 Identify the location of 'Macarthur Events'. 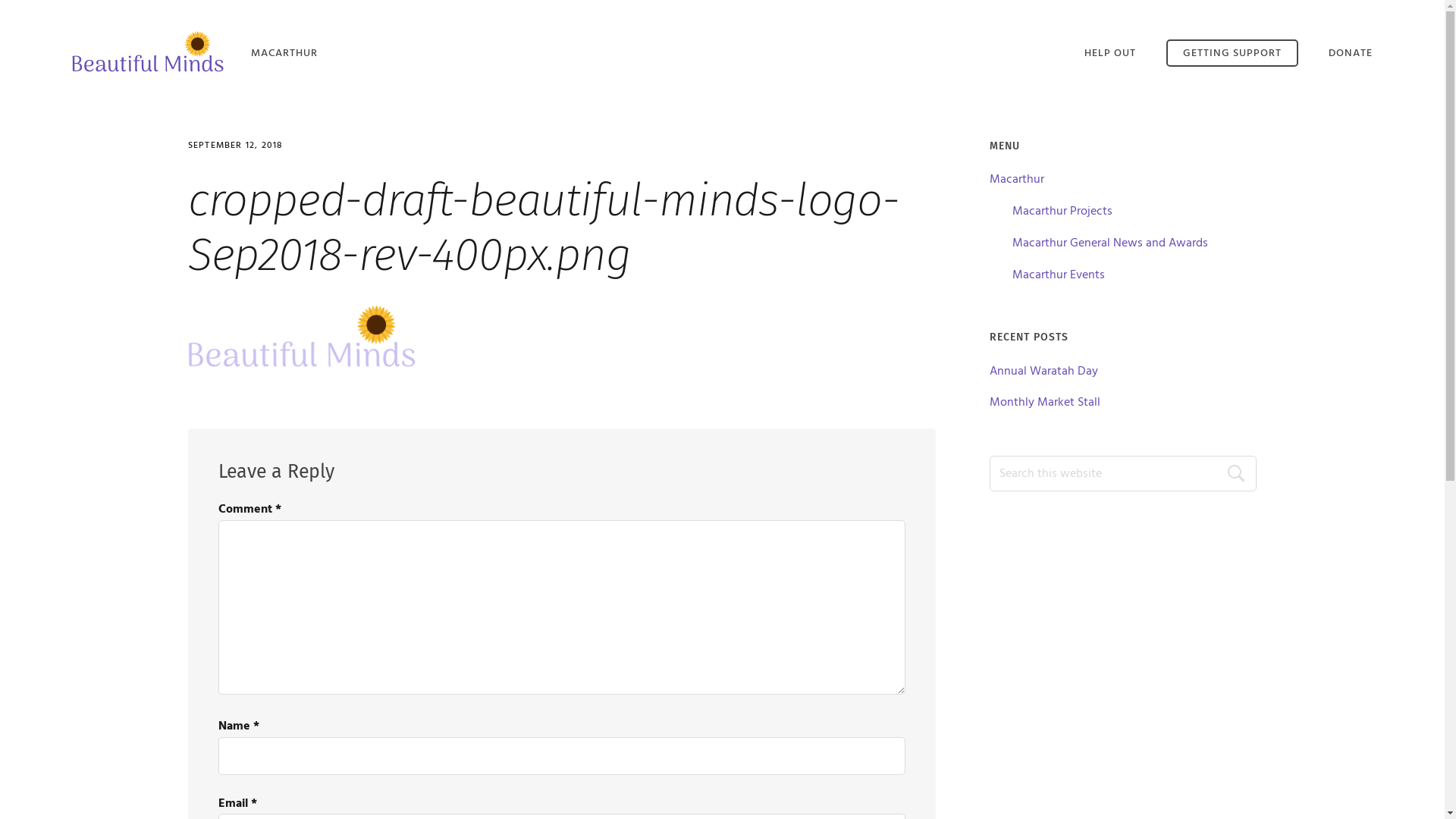
(1058, 275).